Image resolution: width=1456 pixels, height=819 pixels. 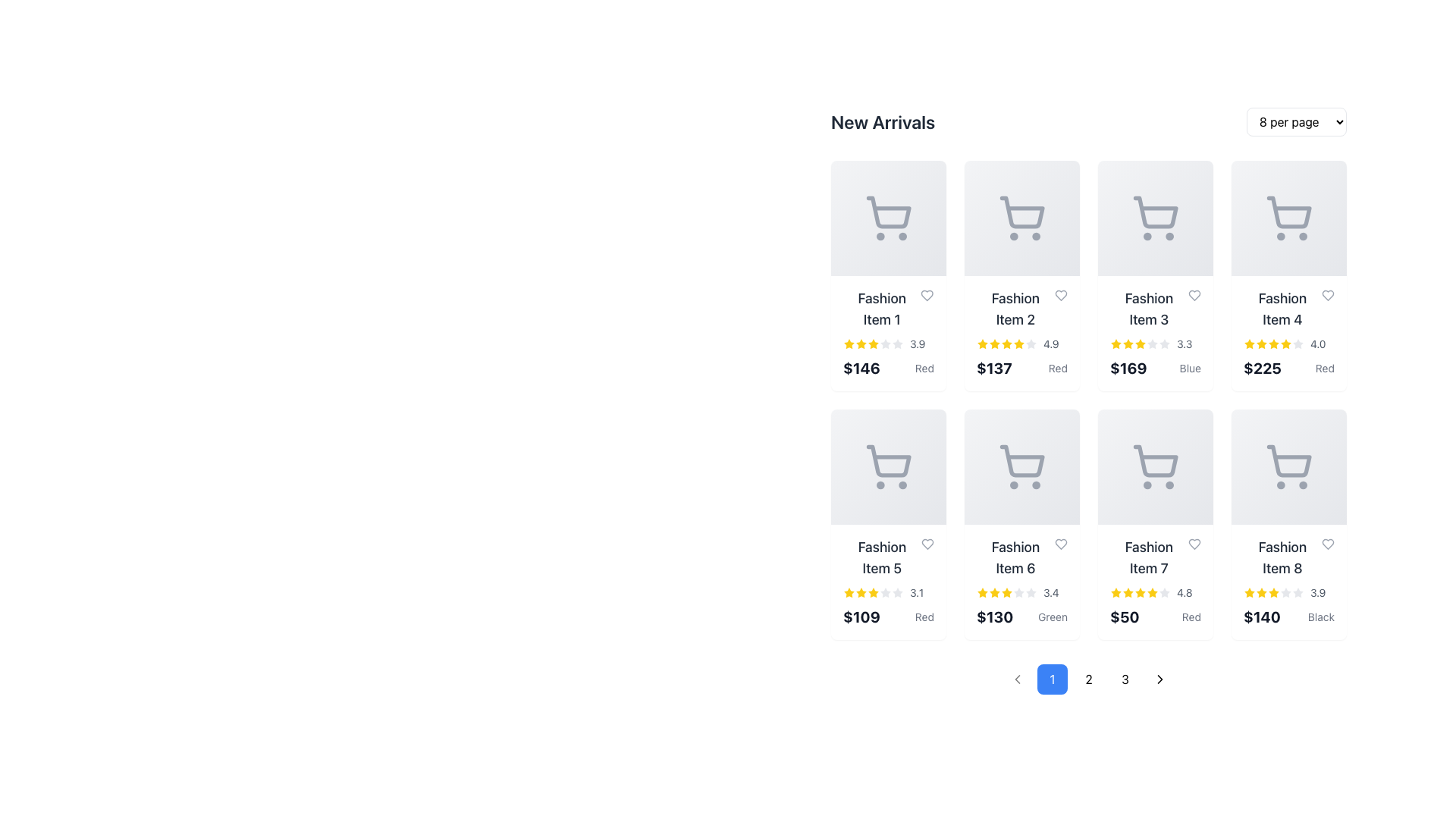 I want to click on numeric text label '3.9' which confirms the rating associated with the item, located to the right of the row of stars in the bottom right corner of the card, so click(x=917, y=344).